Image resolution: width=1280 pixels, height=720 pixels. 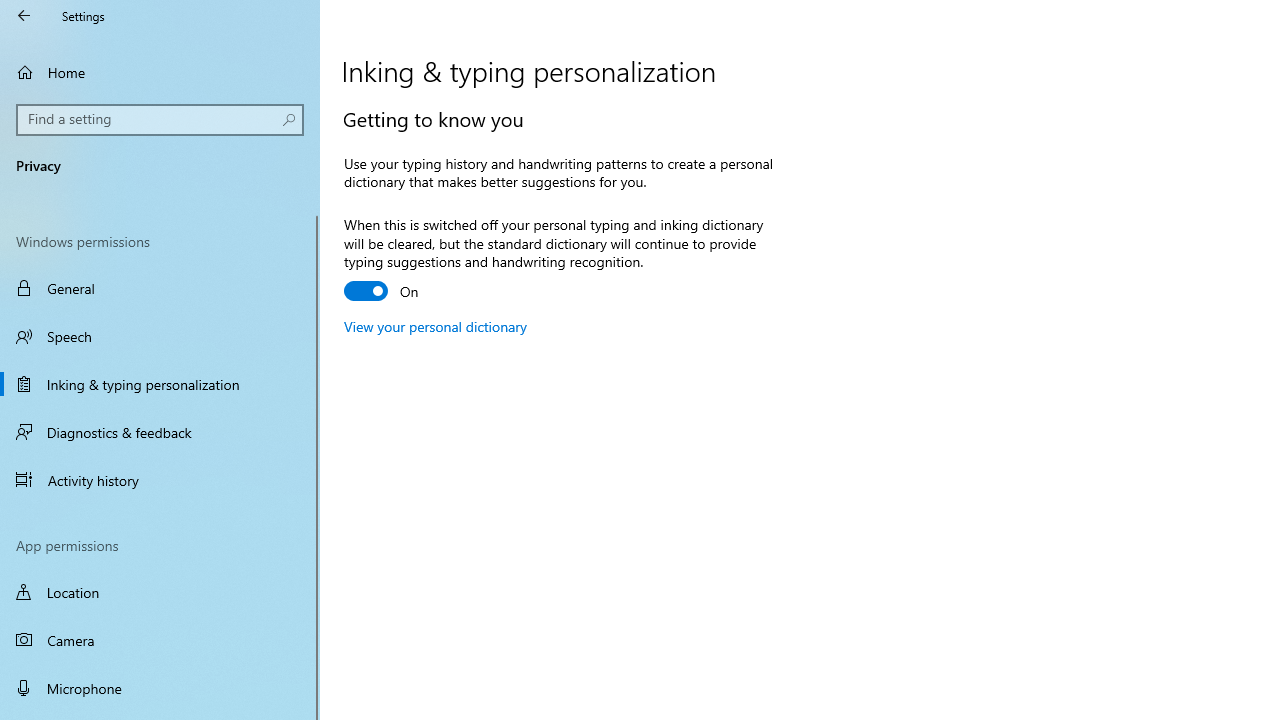 What do you see at coordinates (160, 431) in the screenshot?
I see `'Diagnostics & feedback'` at bounding box center [160, 431].